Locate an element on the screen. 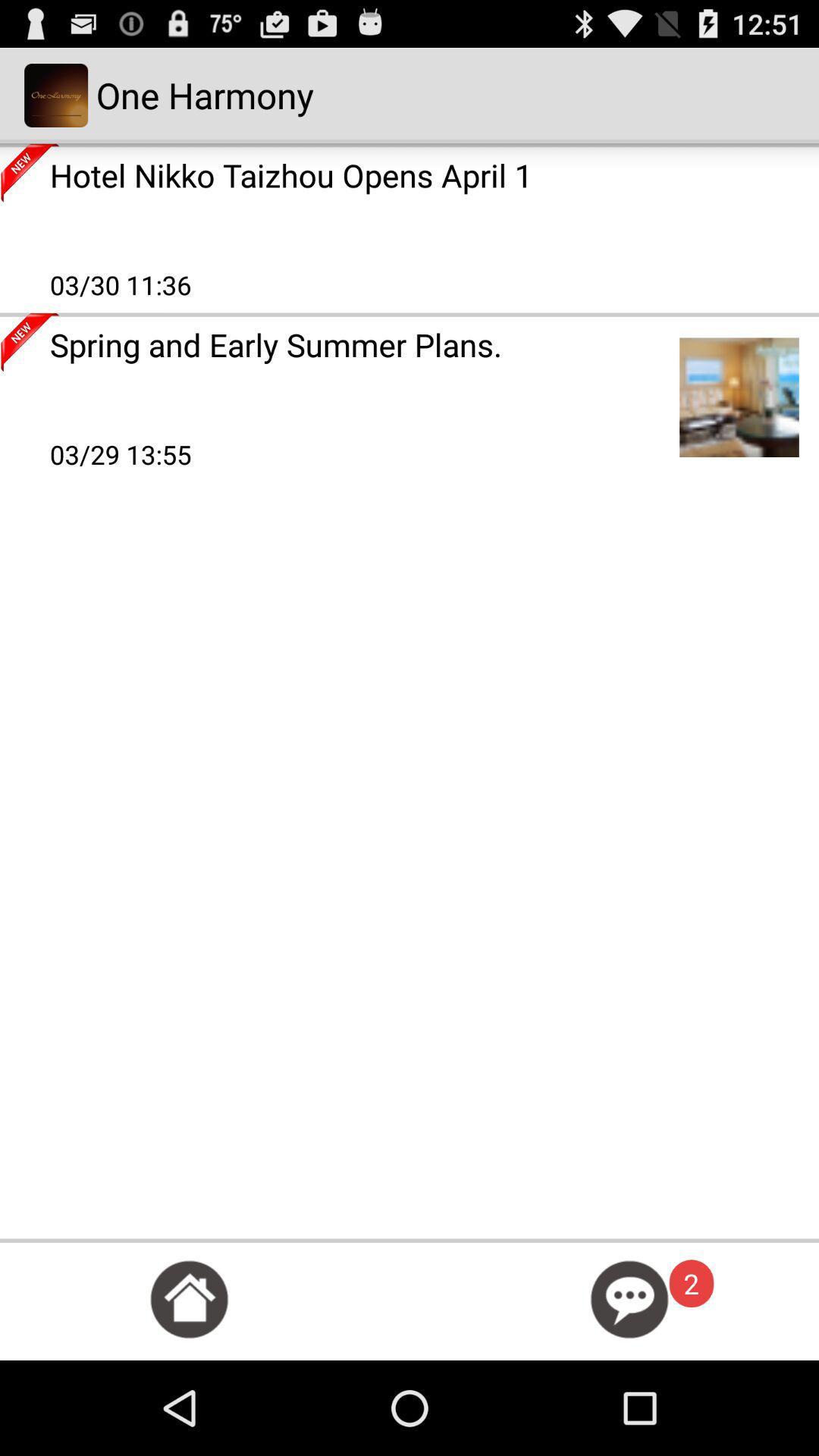 The image size is (819, 1456). open chat is located at coordinates (629, 1298).